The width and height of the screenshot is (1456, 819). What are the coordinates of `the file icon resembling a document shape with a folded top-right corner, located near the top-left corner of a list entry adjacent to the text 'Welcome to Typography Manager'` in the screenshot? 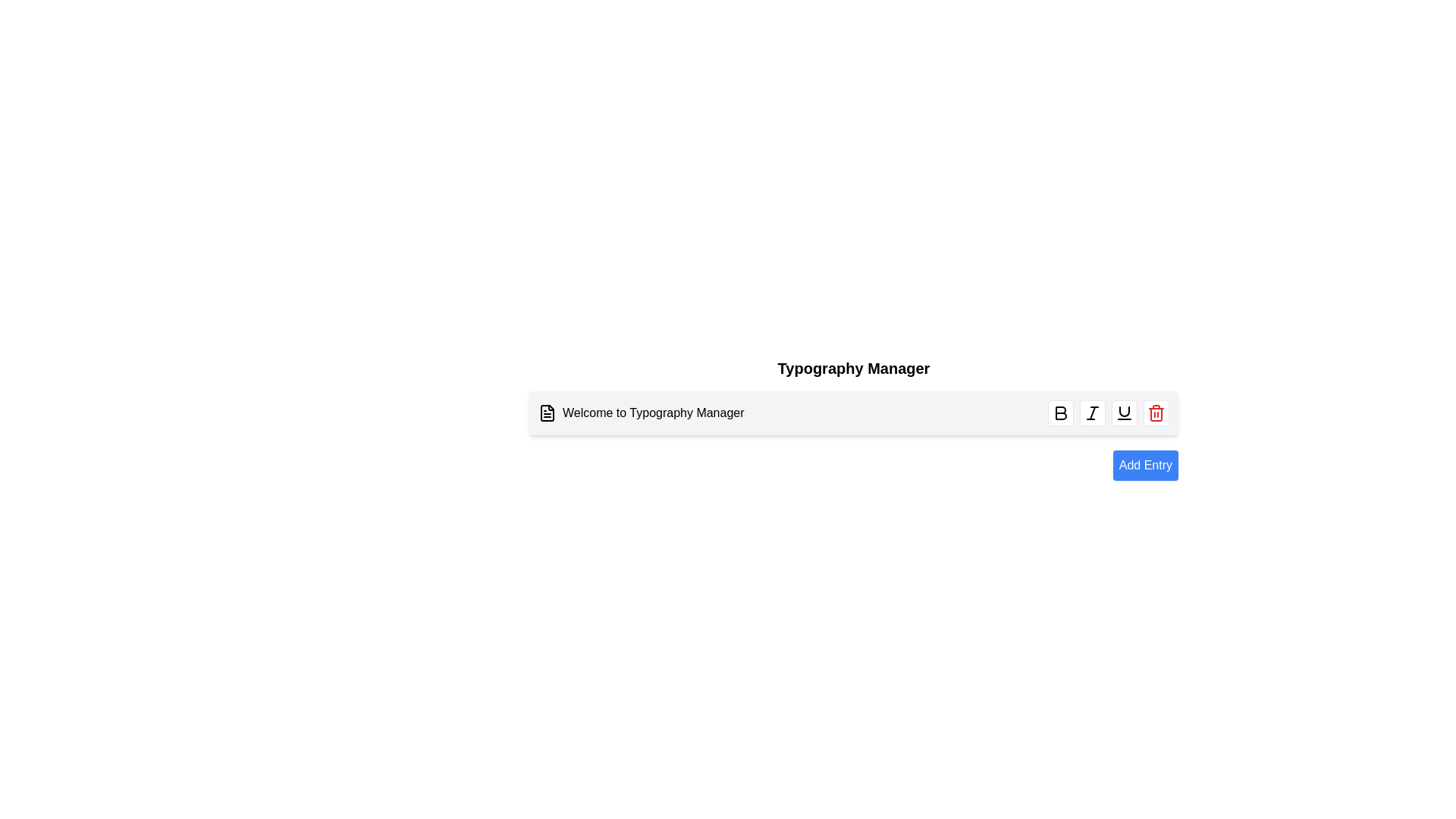 It's located at (546, 413).